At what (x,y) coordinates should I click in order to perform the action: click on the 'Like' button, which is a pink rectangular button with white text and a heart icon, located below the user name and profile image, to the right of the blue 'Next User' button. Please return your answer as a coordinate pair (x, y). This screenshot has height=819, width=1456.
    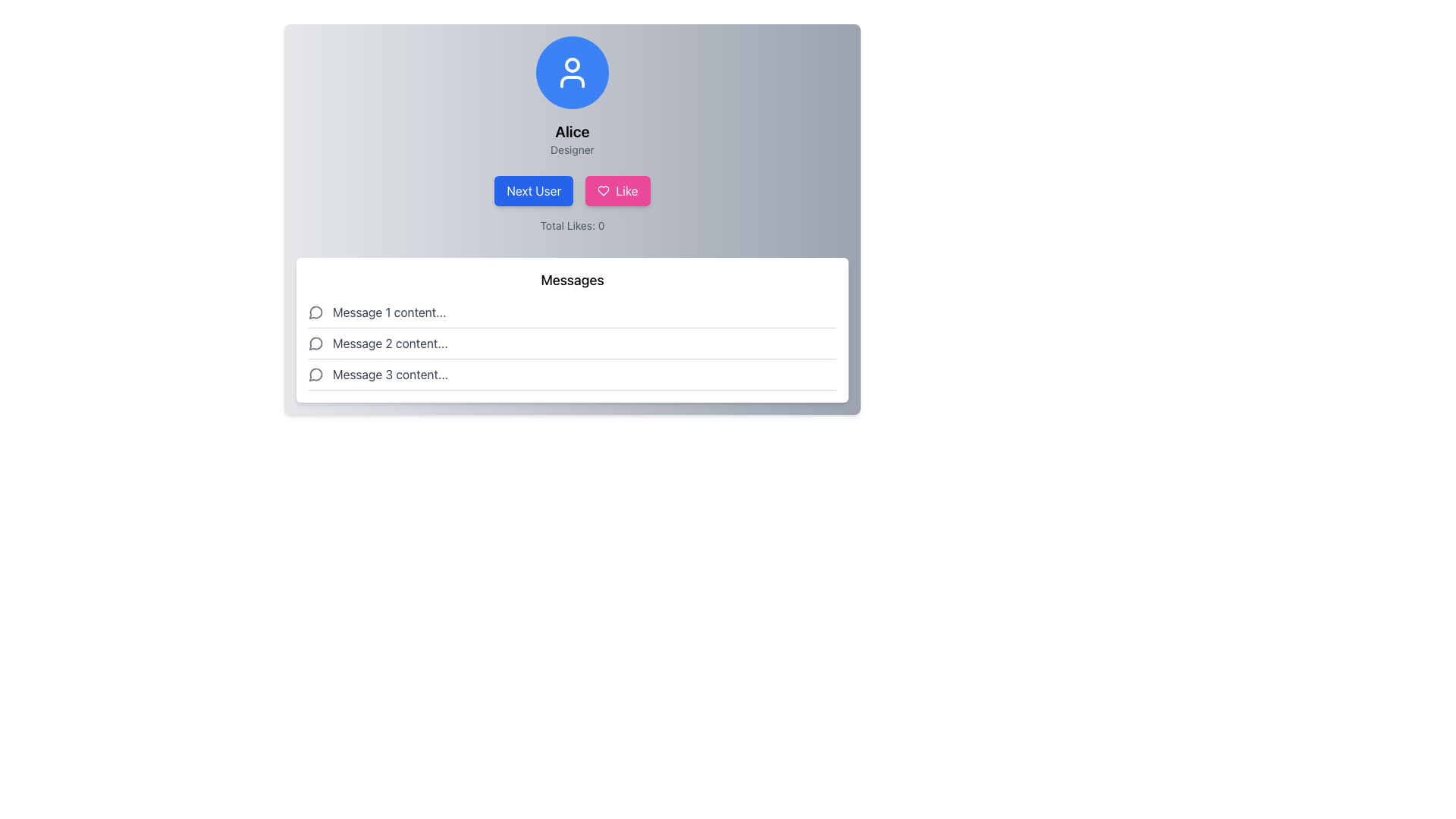
    Looking at the image, I should click on (618, 190).